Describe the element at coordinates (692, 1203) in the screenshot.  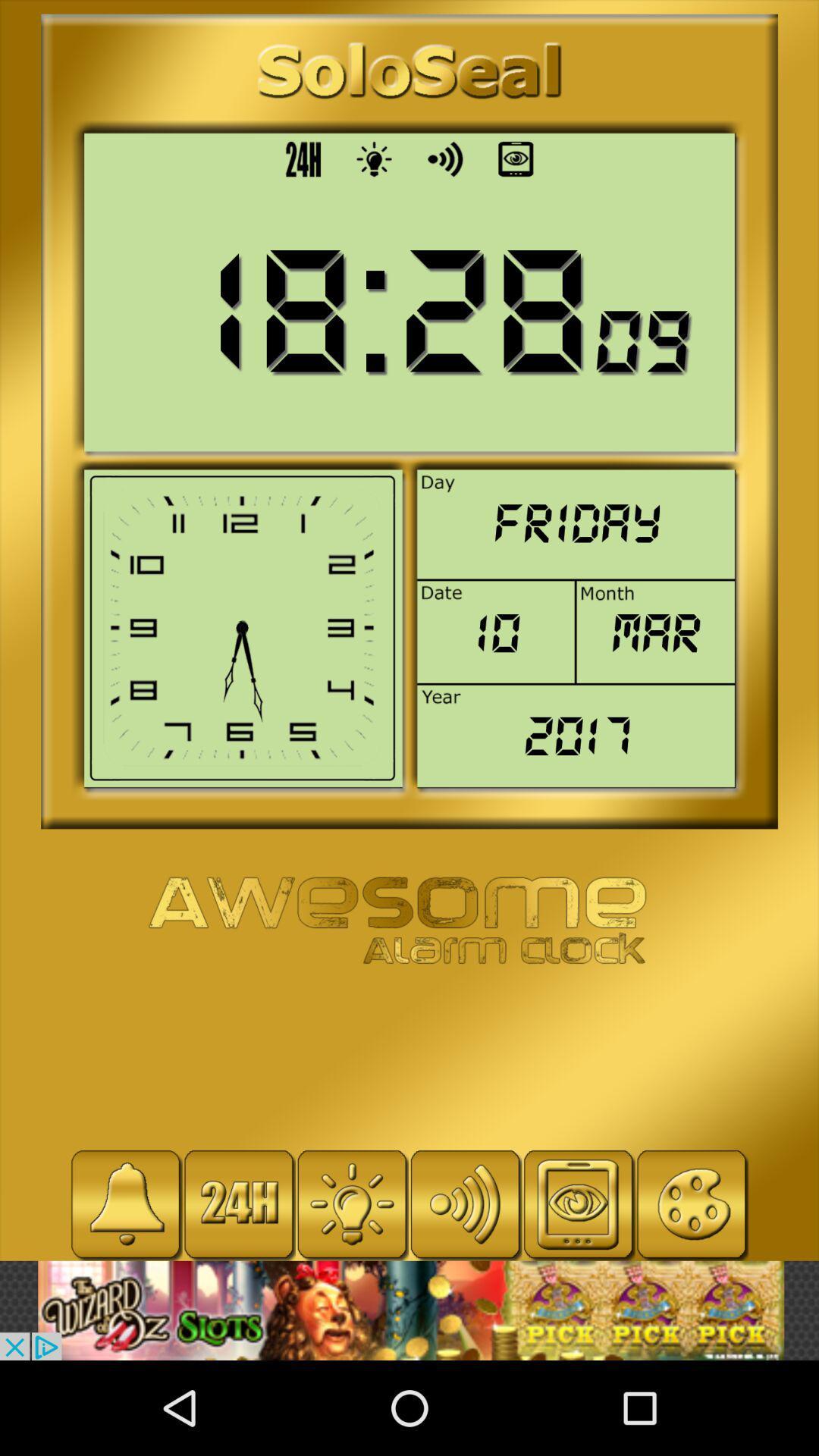
I see `click button` at that location.